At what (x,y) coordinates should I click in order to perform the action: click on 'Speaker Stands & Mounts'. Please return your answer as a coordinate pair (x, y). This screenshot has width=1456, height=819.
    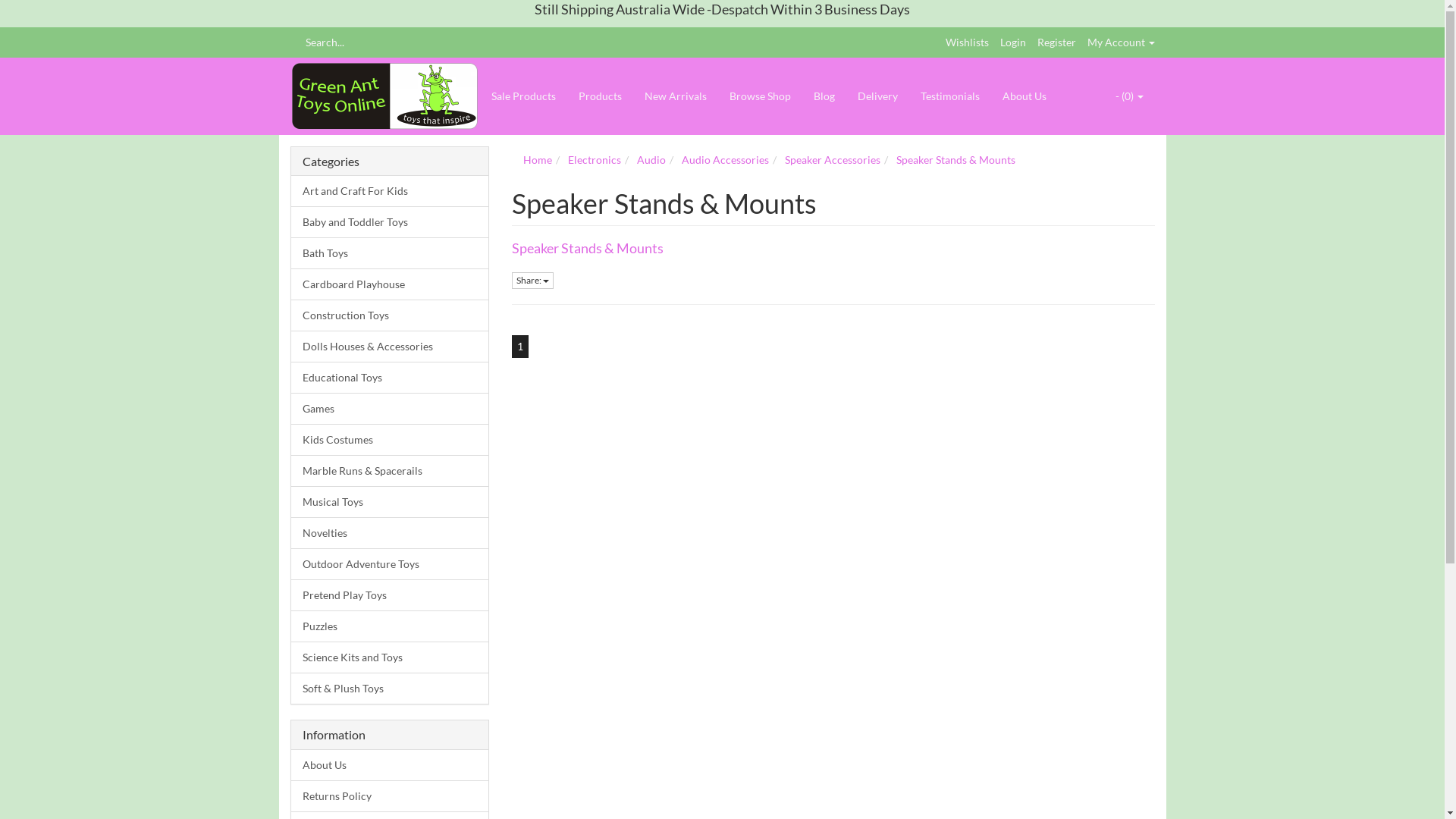
    Looking at the image, I should click on (512, 247).